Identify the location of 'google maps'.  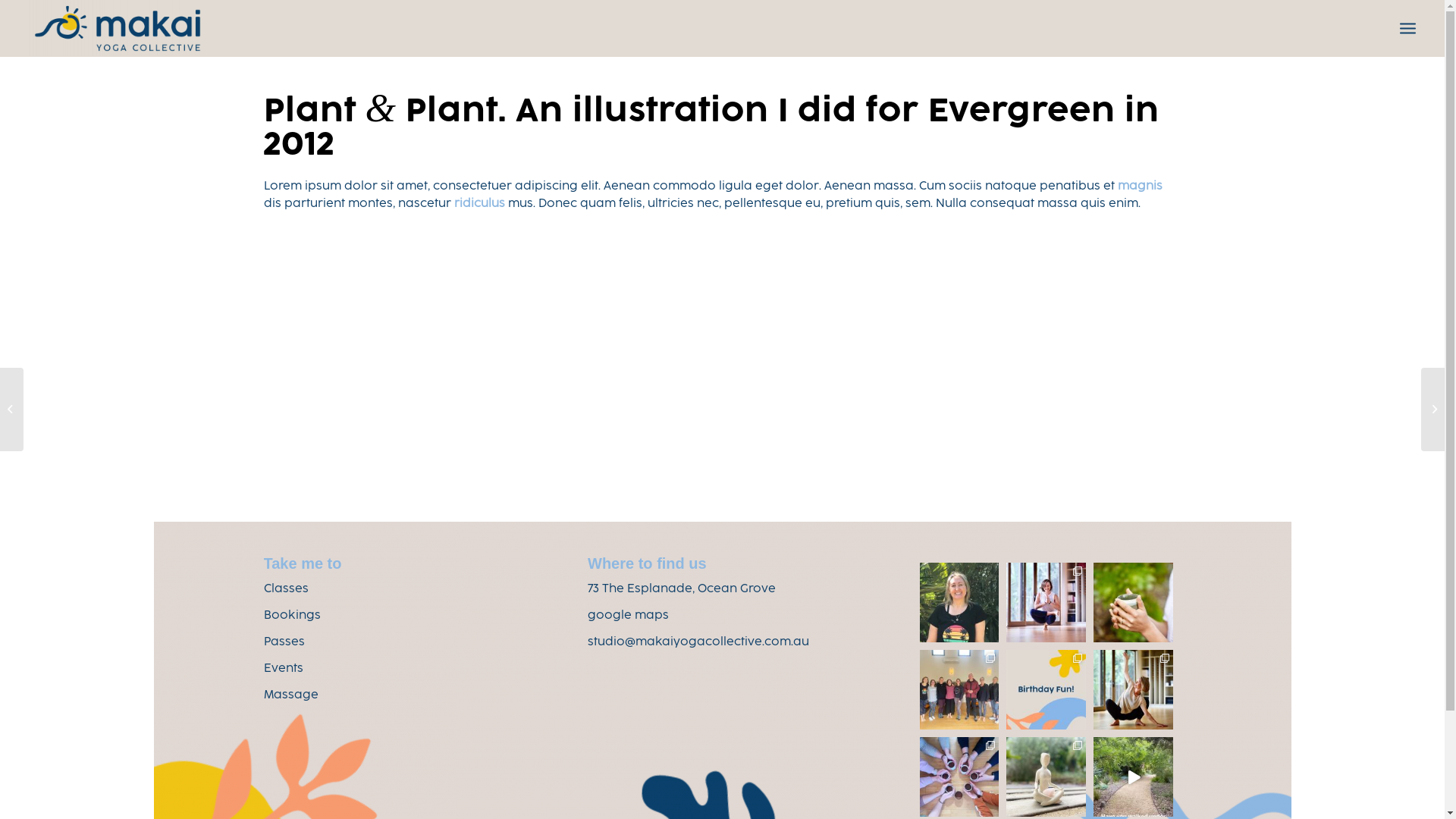
(628, 616).